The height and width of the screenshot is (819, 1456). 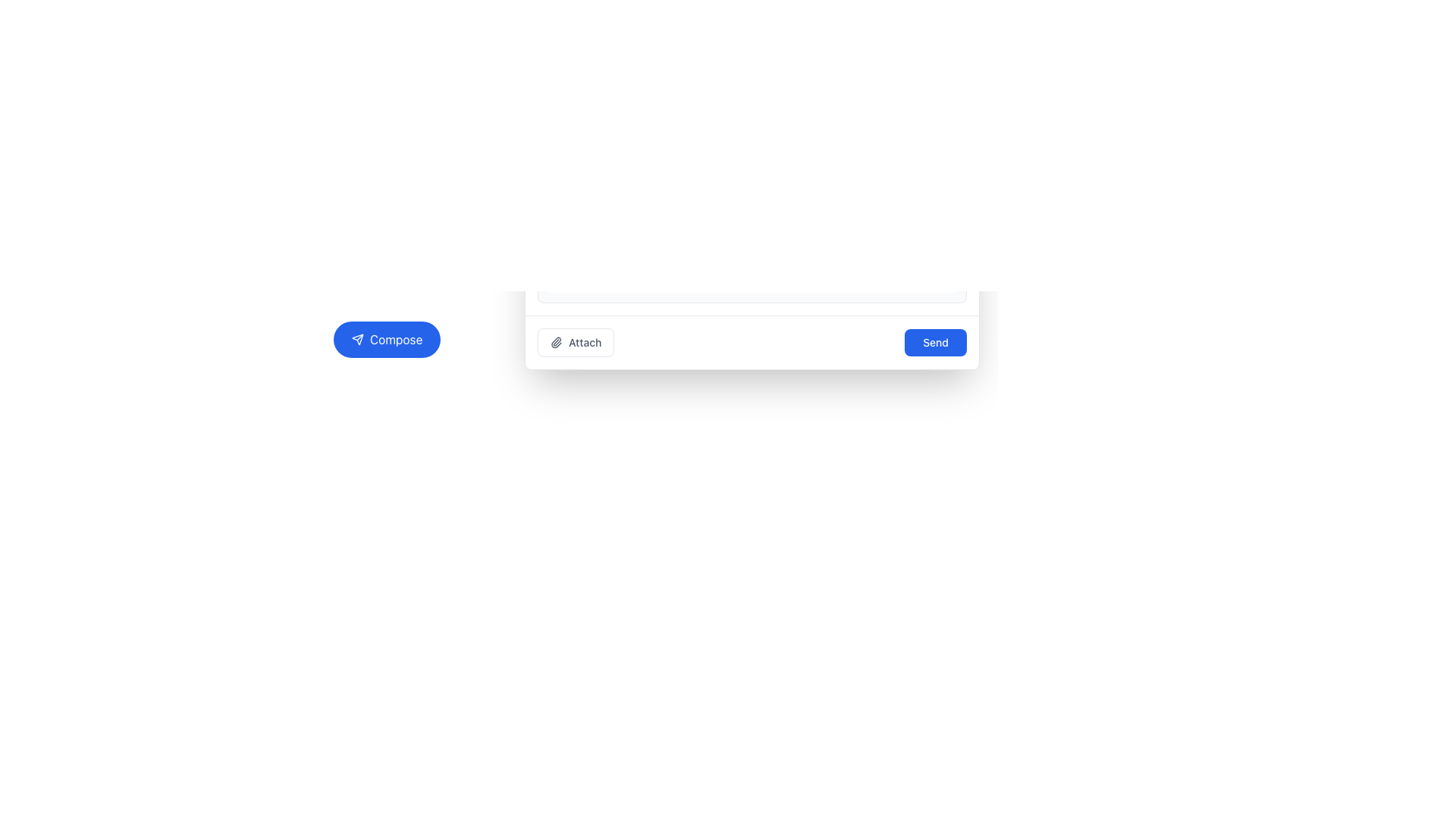 What do you see at coordinates (556, 342) in the screenshot?
I see `the paperclip icon within the 'Attach' button` at bounding box center [556, 342].